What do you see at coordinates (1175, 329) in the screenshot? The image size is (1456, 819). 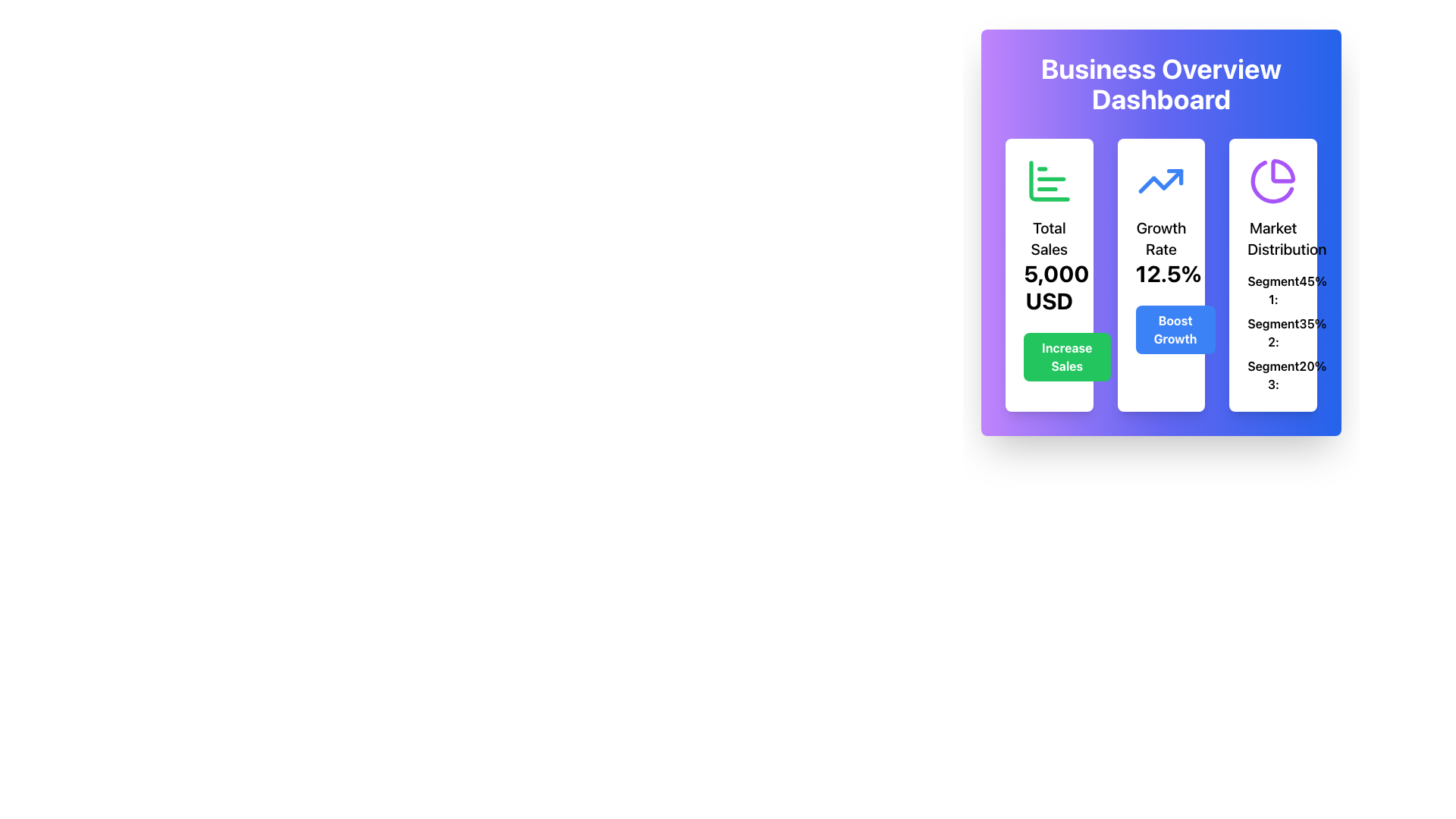 I see `the 'Boost Growth' button, which is a blue rectangular button with white bold text, located below the '12.5%' growth rate display` at bounding box center [1175, 329].